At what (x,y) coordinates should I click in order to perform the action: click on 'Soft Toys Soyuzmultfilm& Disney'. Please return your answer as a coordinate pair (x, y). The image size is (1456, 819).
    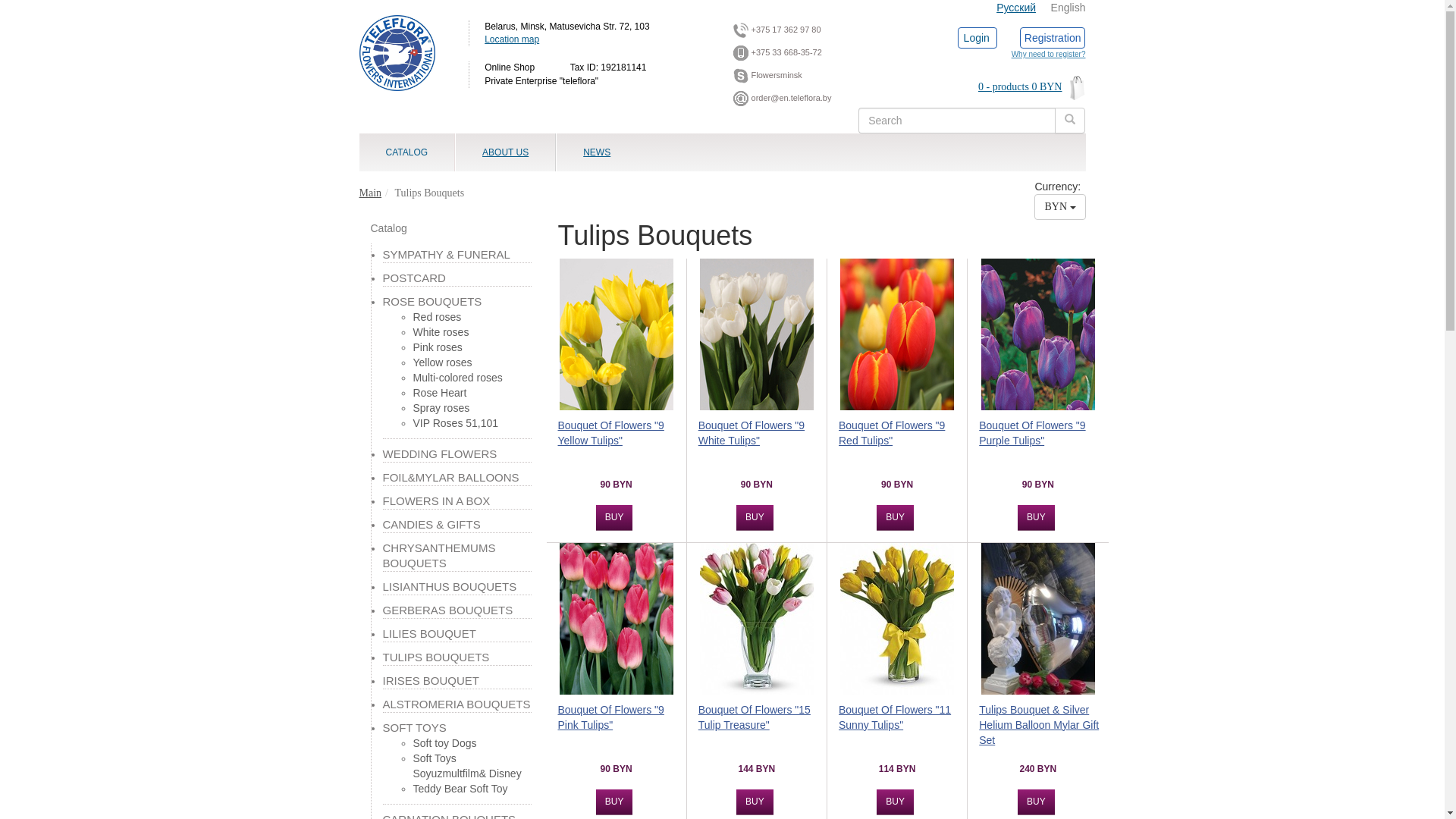
    Looking at the image, I should click on (466, 766).